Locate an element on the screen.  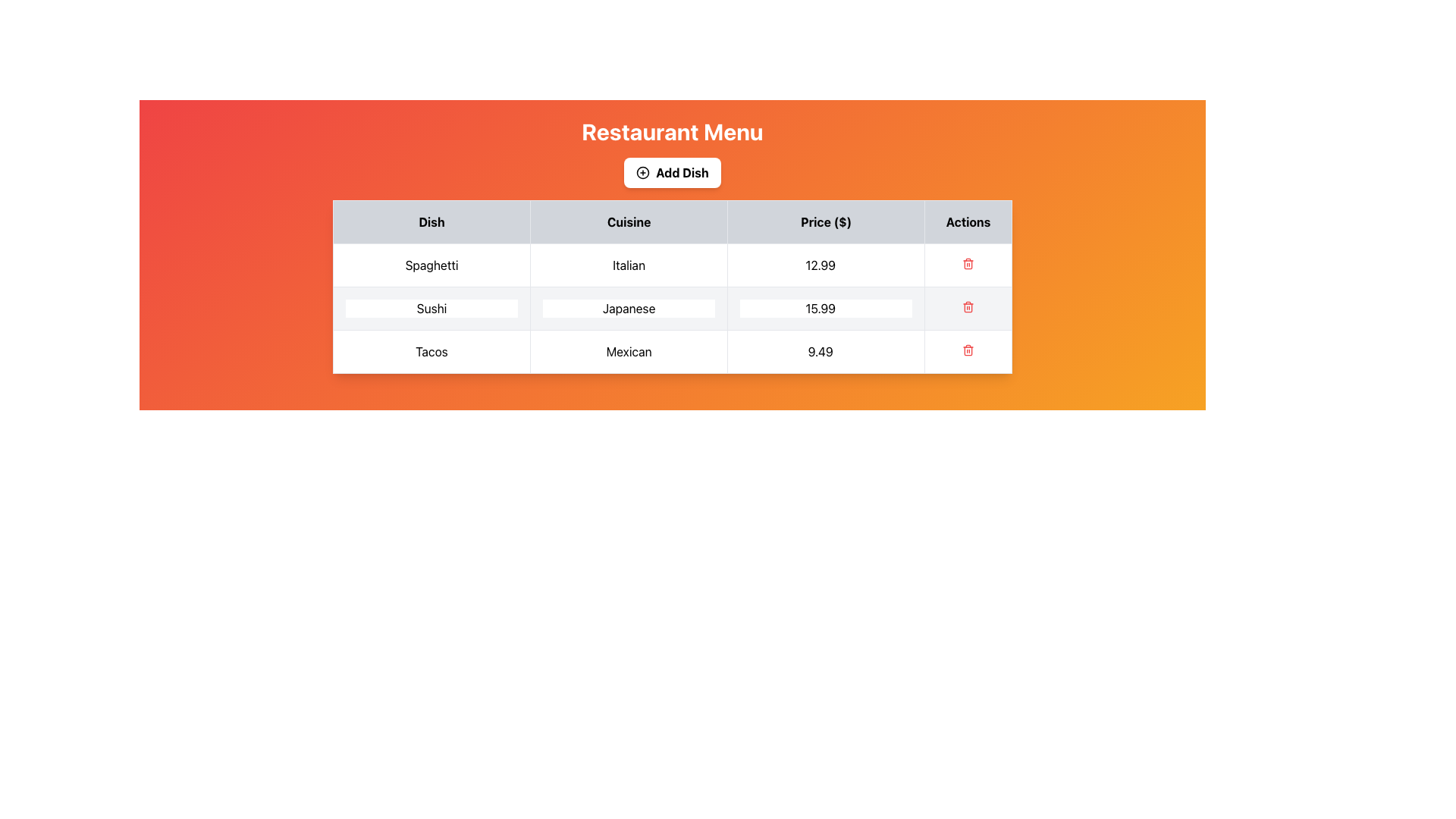
the red trash bin icon in the second row under the 'Actions' column is located at coordinates (968, 307).